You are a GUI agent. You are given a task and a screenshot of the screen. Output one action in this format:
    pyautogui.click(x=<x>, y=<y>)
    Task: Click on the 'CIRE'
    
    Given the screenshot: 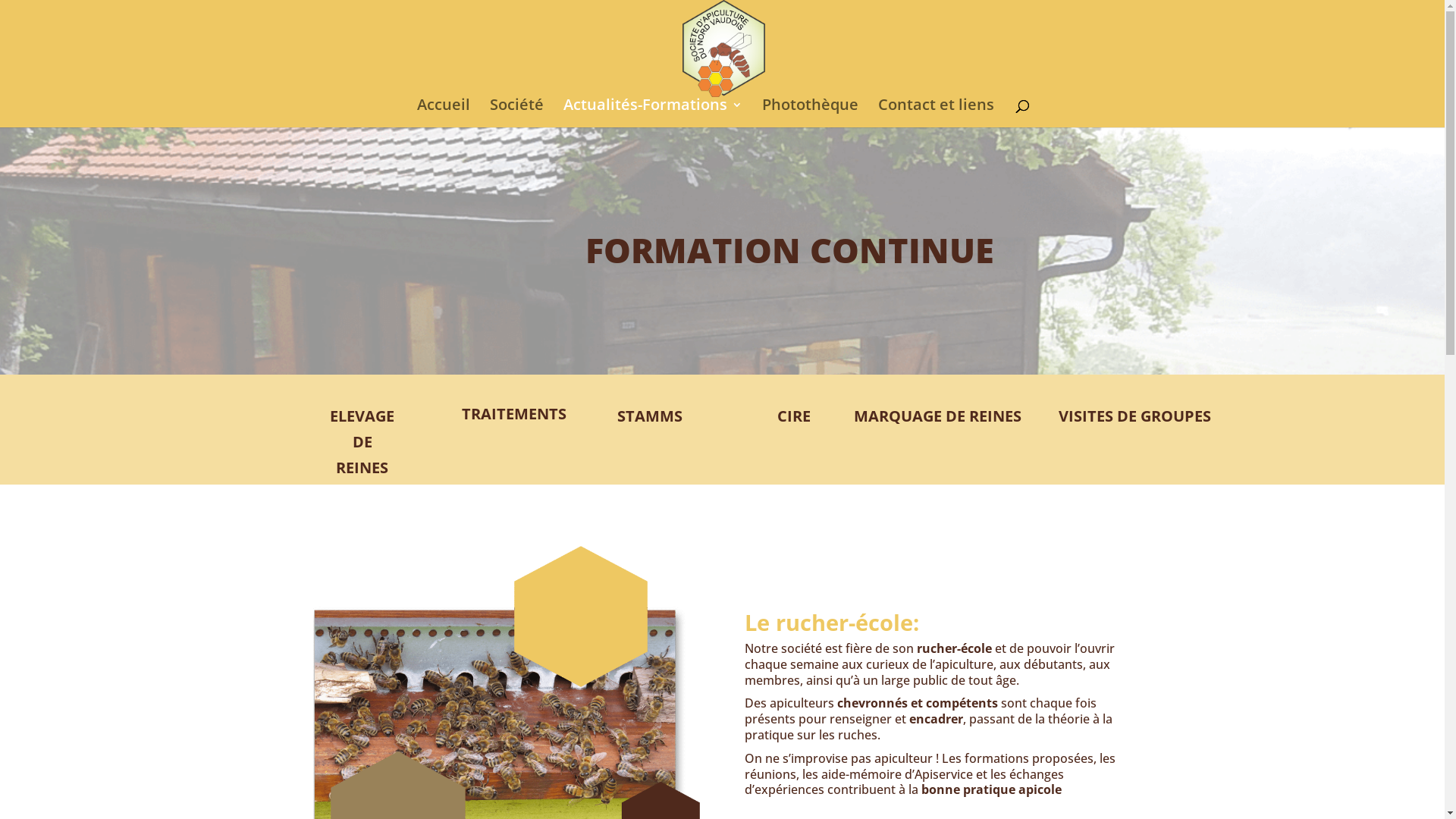 What is the action you would take?
    pyautogui.click(x=792, y=416)
    